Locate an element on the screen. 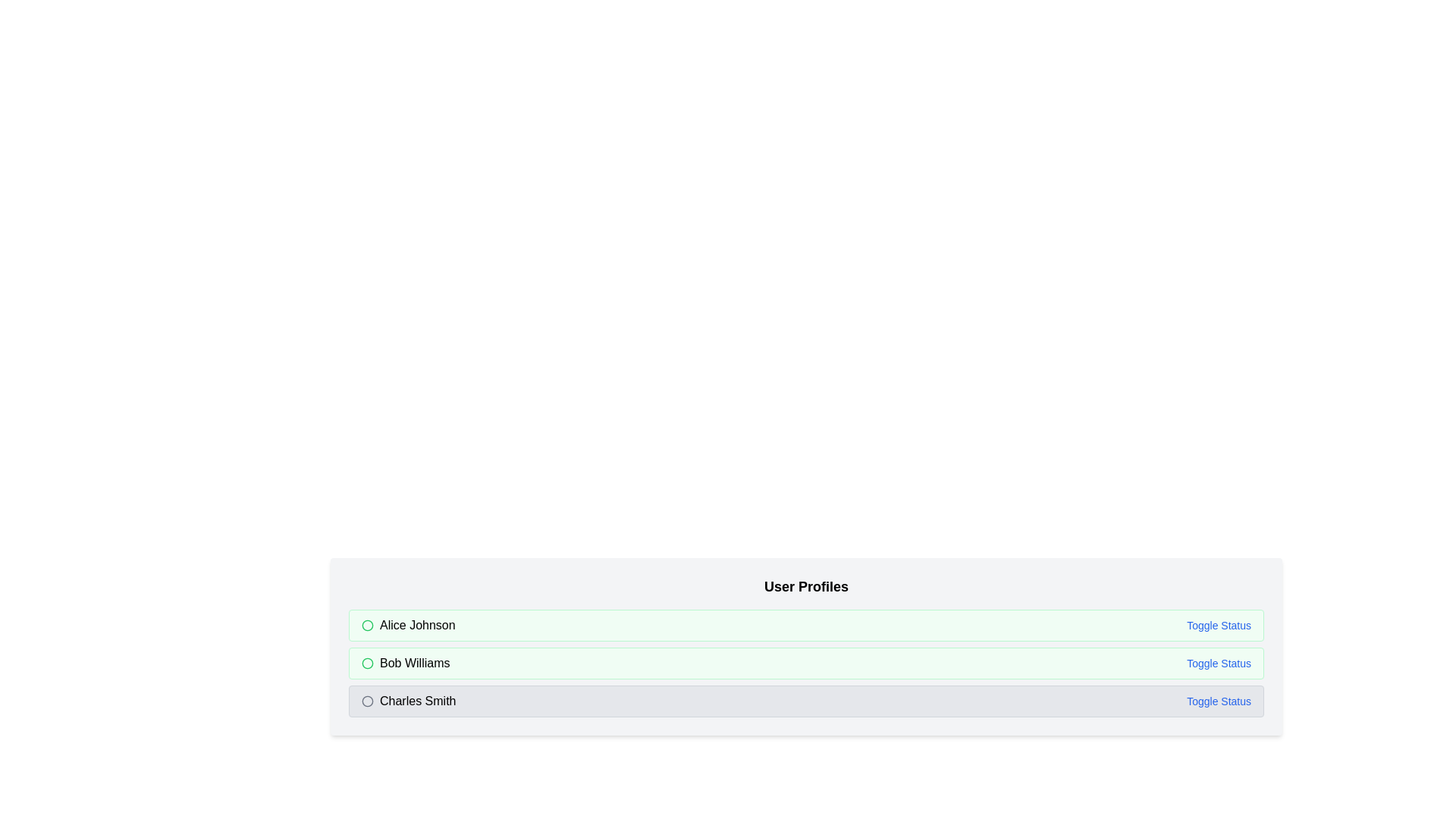  the 'Toggle Status' hyperlink element, which is styled in blue and underlined on hover, located to the right of 'Alice Johnson' is located at coordinates (1219, 626).